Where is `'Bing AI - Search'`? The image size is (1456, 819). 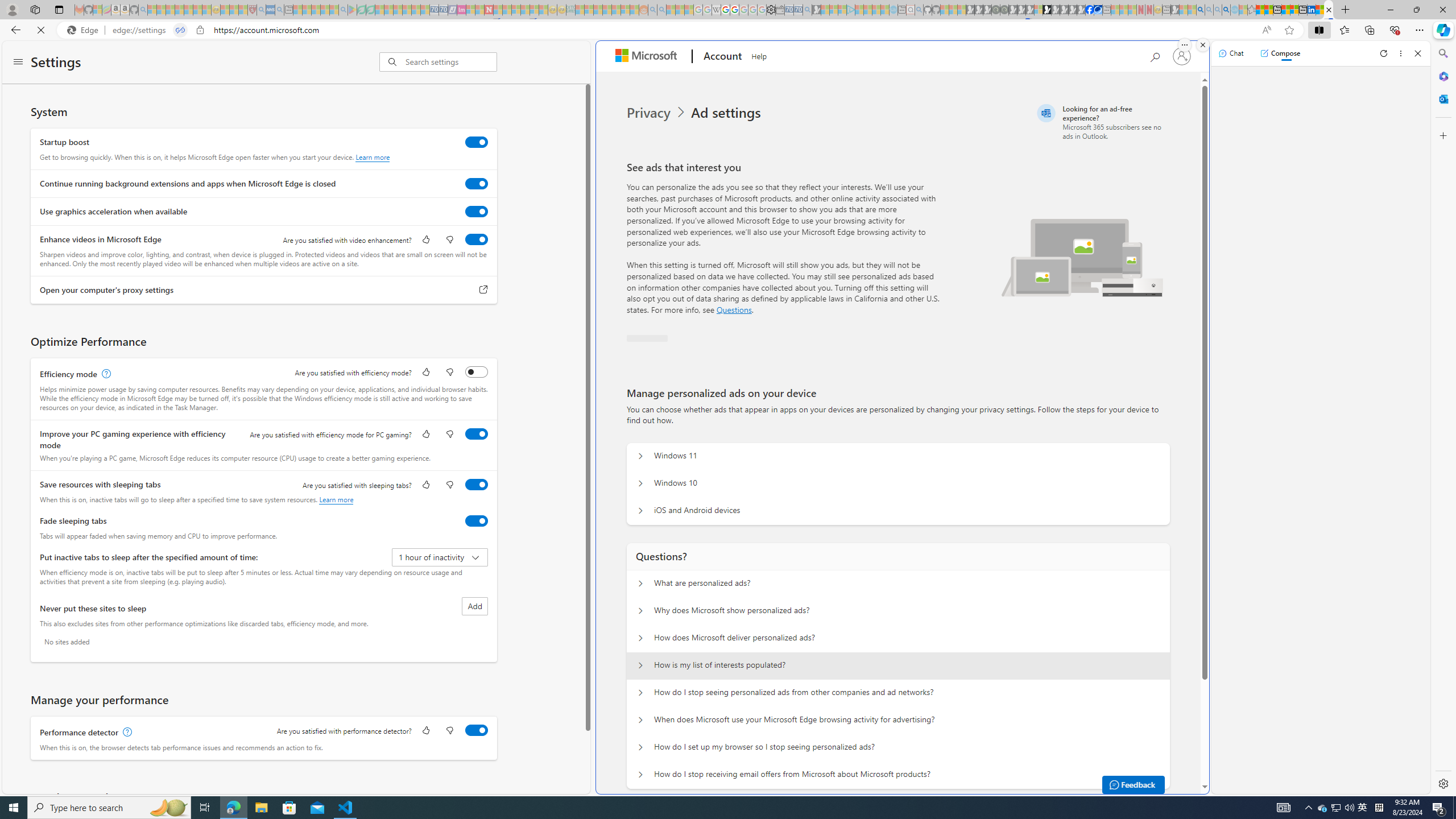 'Bing AI - Search' is located at coordinates (1199, 9).